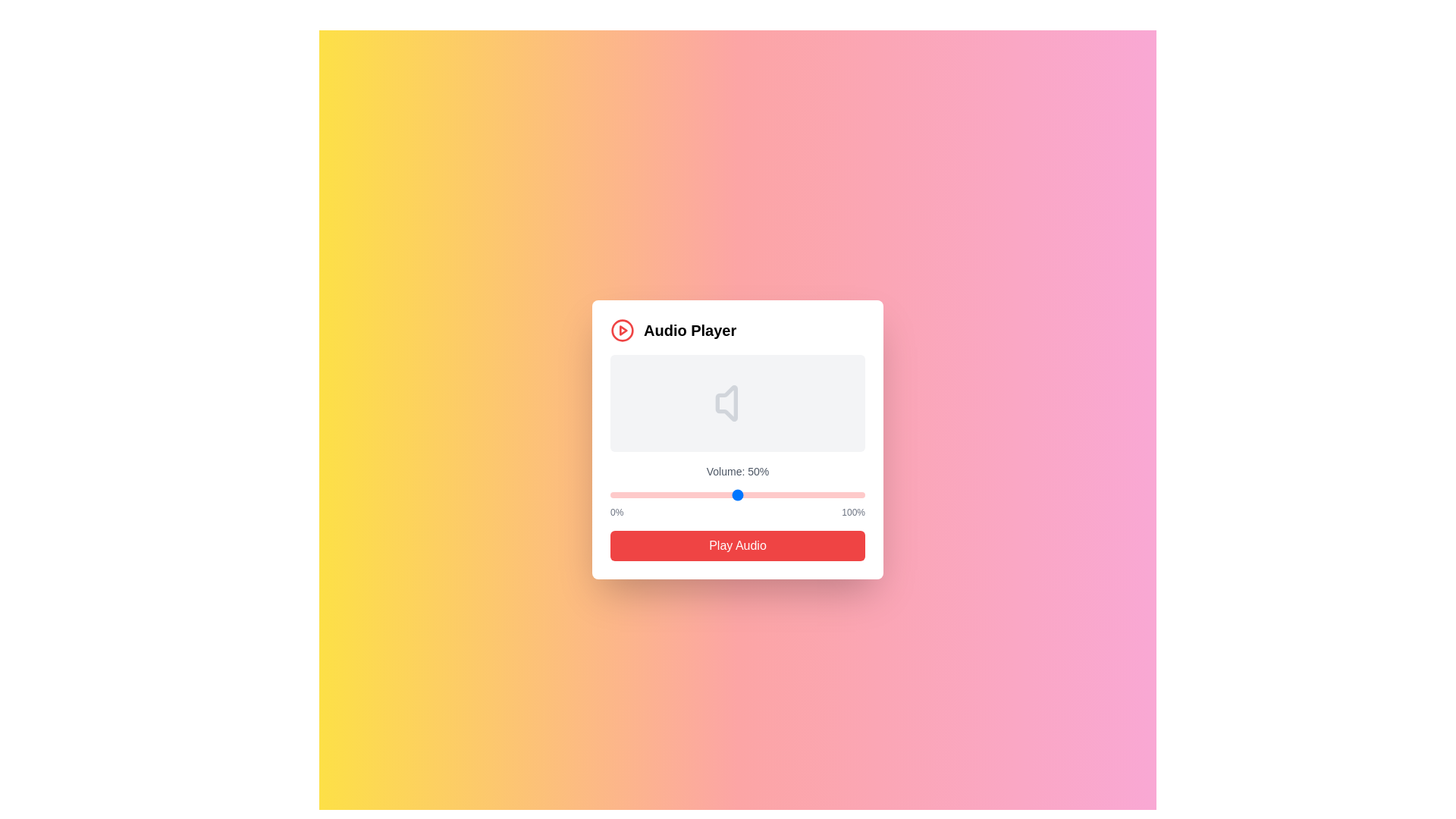 The height and width of the screenshot is (819, 1456). What do you see at coordinates (829, 494) in the screenshot?
I see `the volume slider to set the volume to 86%` at bounding box center [829, 494].